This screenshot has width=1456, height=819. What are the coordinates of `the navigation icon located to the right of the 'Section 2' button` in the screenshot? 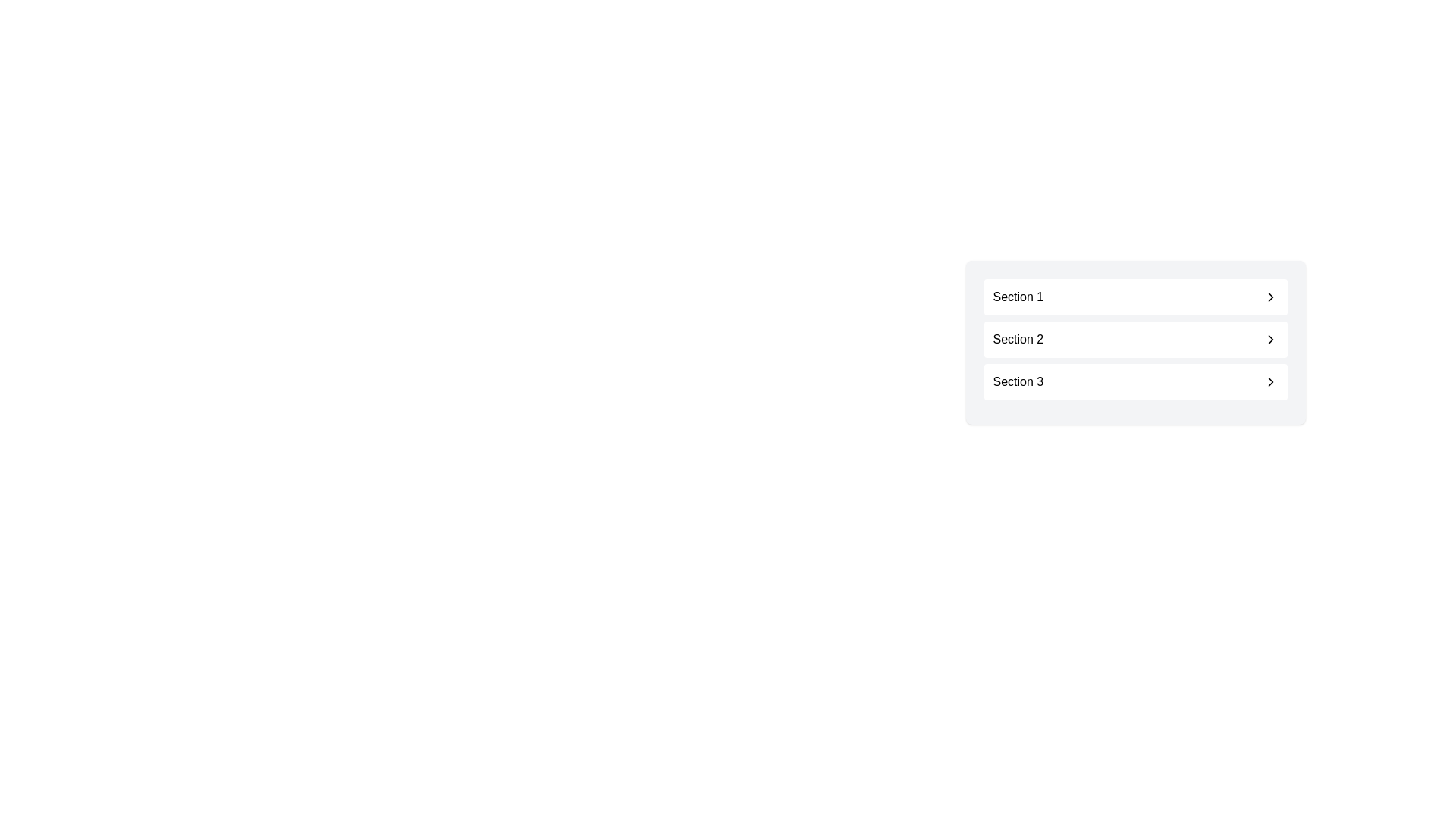 It's located at (1270, 338).